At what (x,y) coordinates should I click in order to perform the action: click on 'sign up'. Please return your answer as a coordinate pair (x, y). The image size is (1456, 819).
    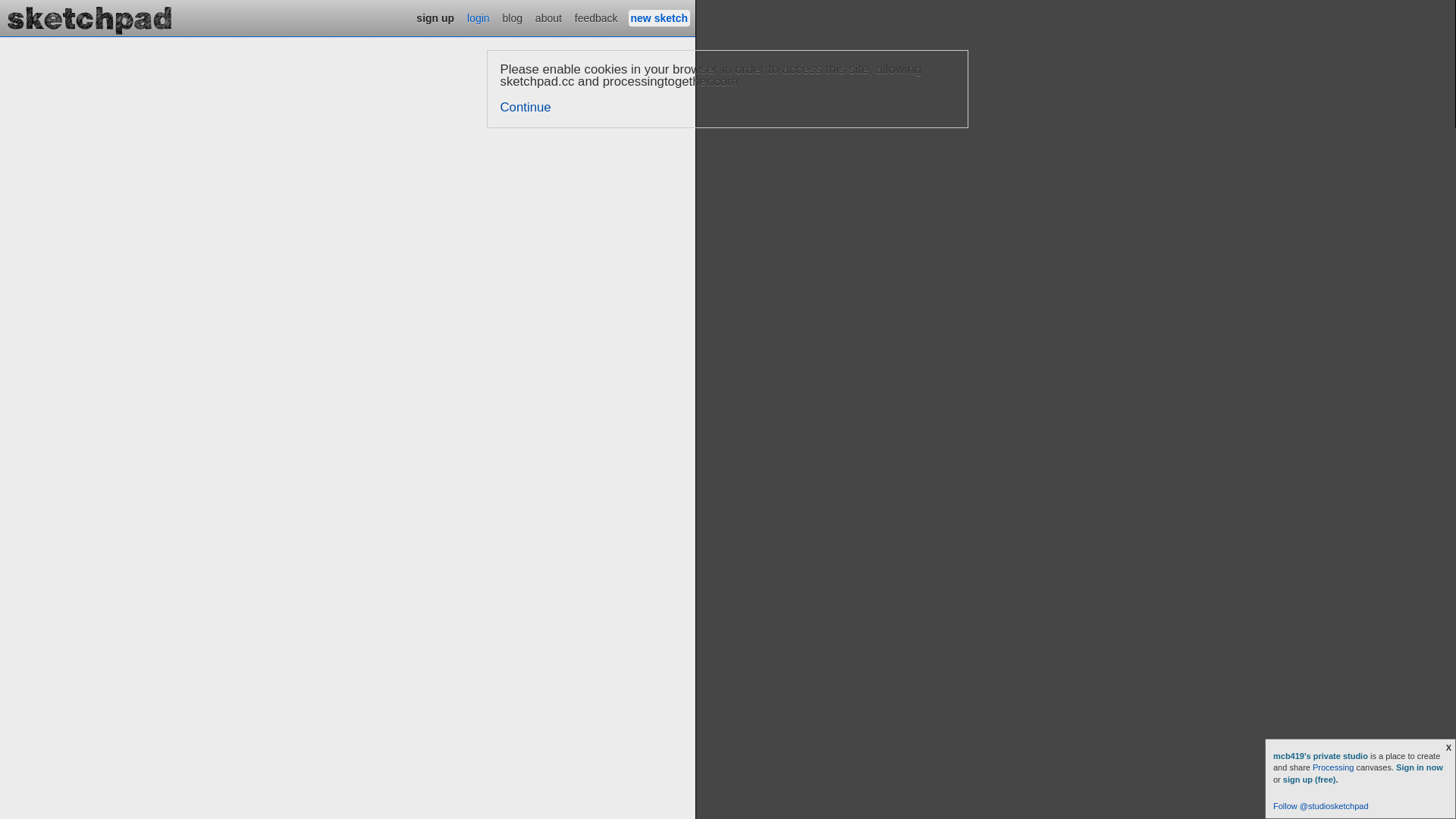
    Looking at the image, I should click on (435, 17).